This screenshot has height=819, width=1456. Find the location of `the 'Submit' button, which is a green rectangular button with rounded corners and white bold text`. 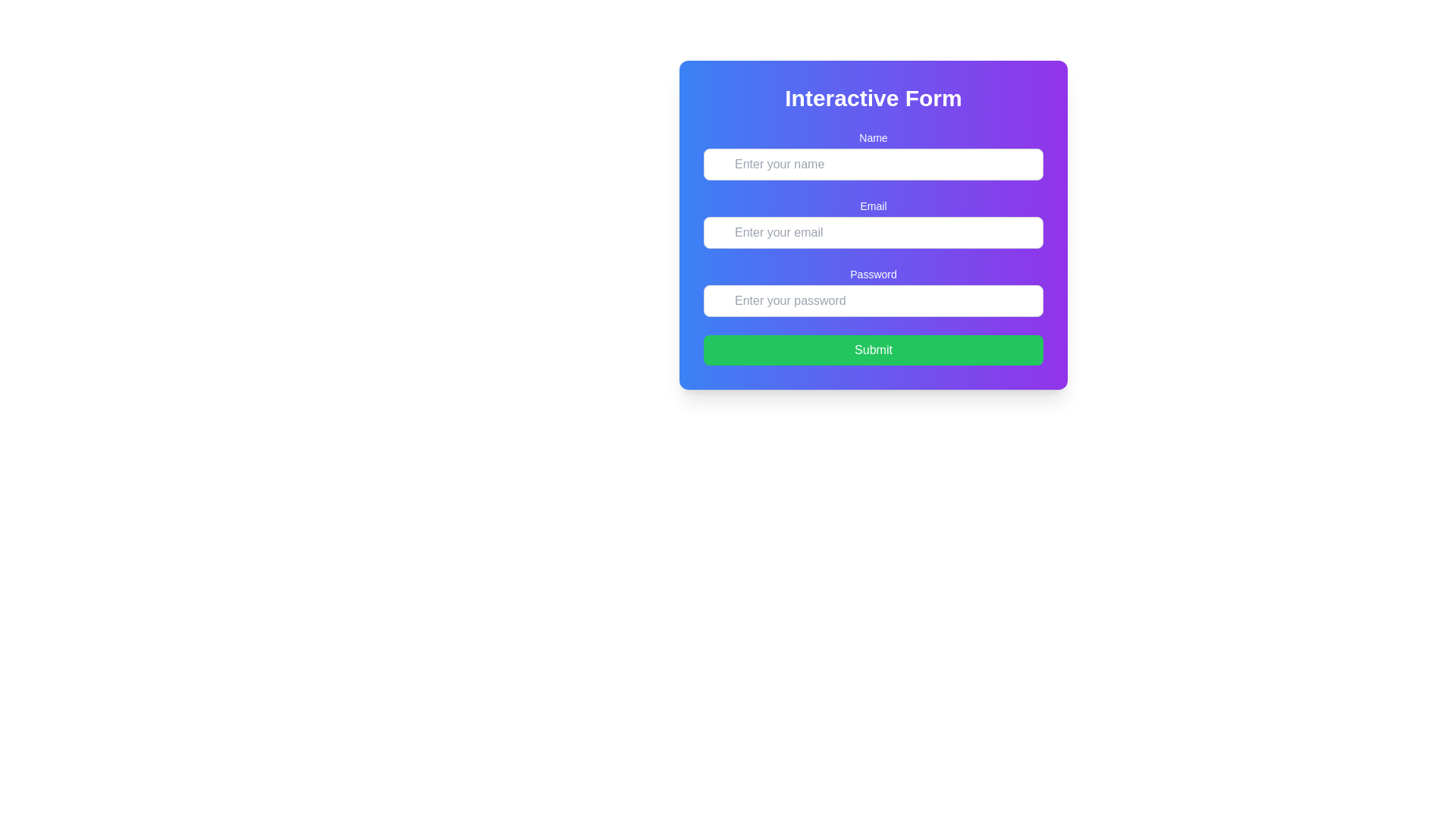

the 'Submit' button, which is a green rectangular button with rounded corners and white bold text is located at coordinates (874, 350).